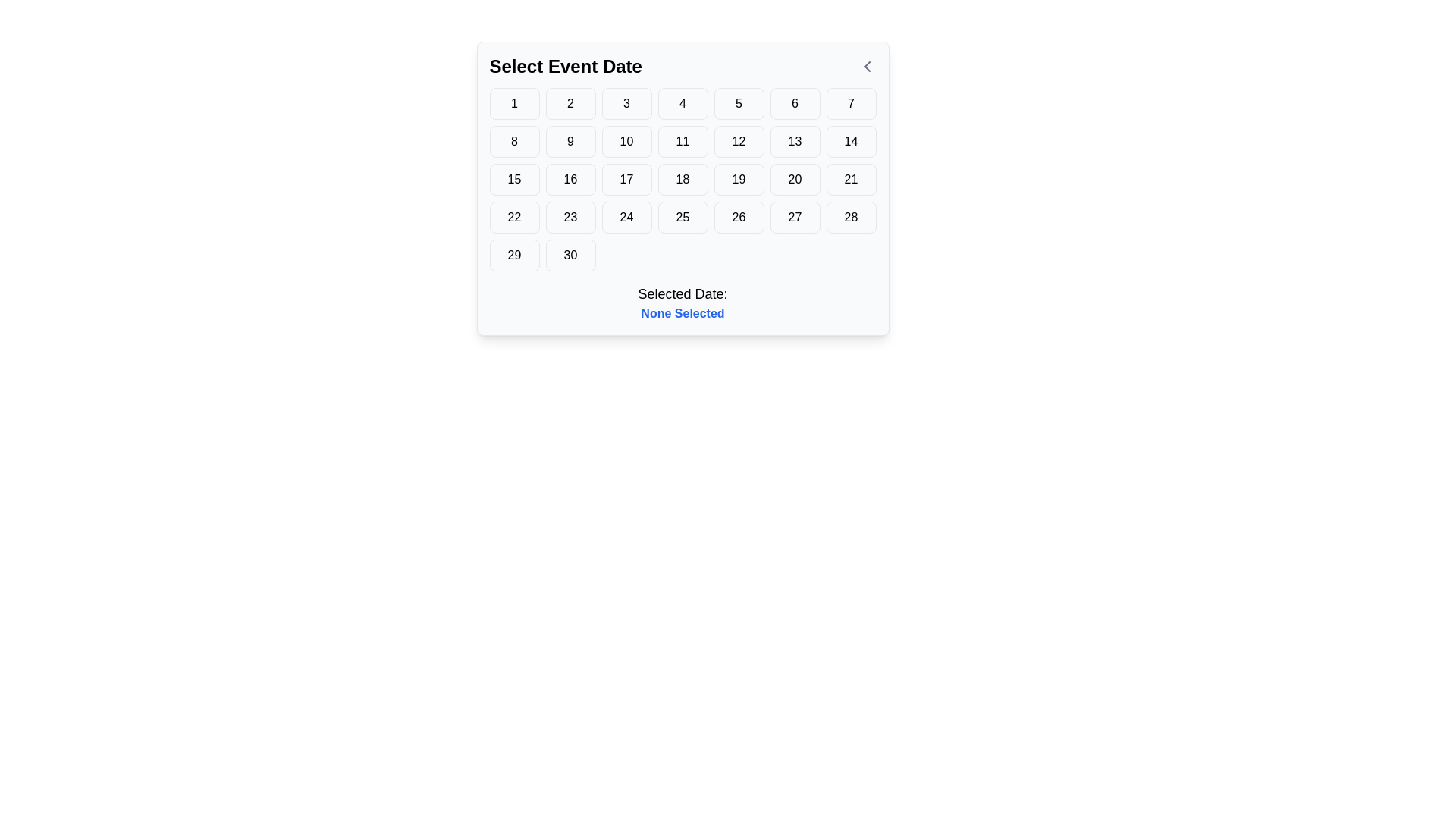 The height and width of the screenshot is (819, 1456). I want to click on the Text Display element that shows 'Selected Date:' and 'None Selected', which is positioned beneath a grid of selectable dates, so click(682, 303).